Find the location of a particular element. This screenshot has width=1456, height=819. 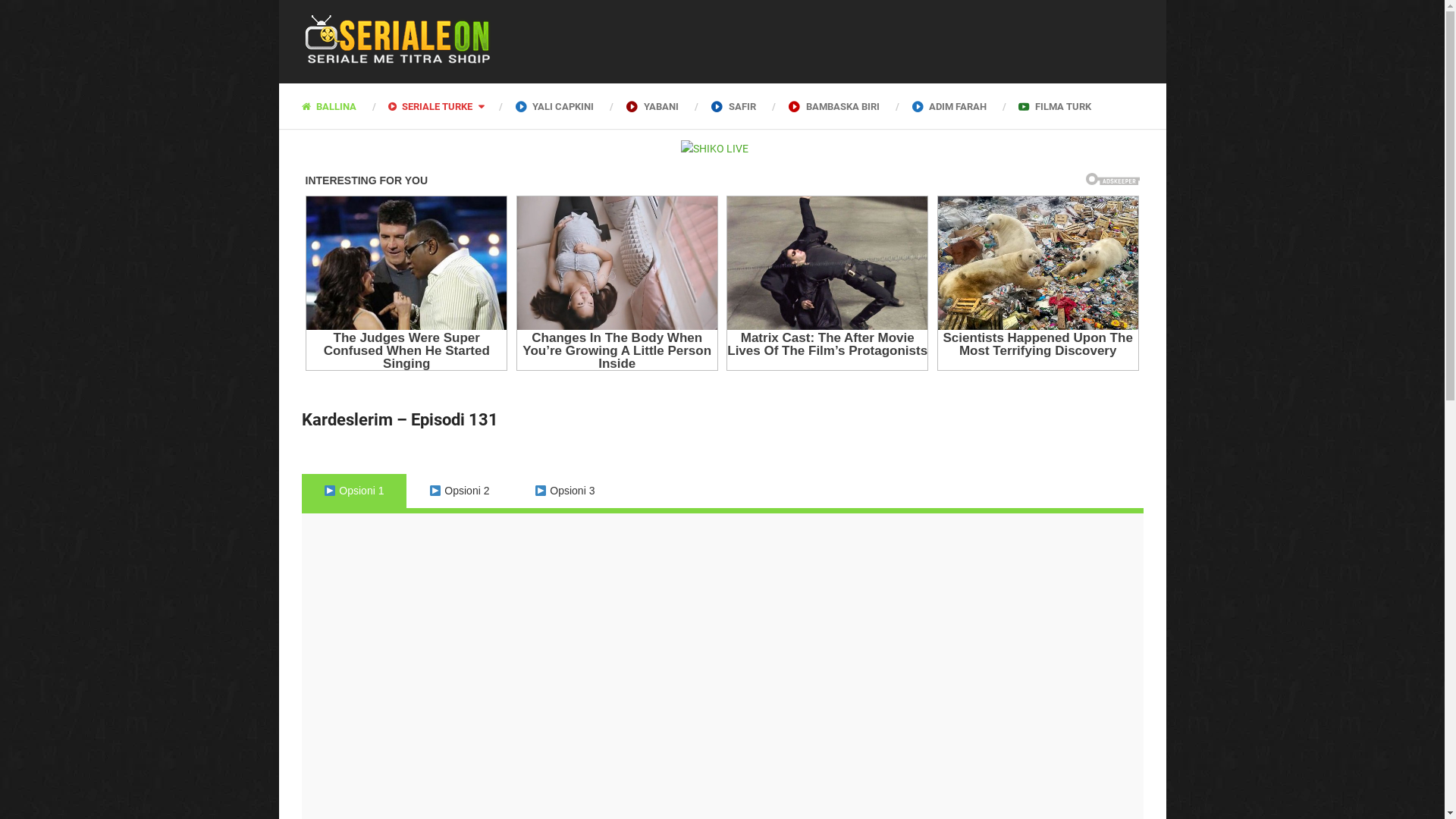

'ADIM FARAH' is located at coordinates (895, 105).